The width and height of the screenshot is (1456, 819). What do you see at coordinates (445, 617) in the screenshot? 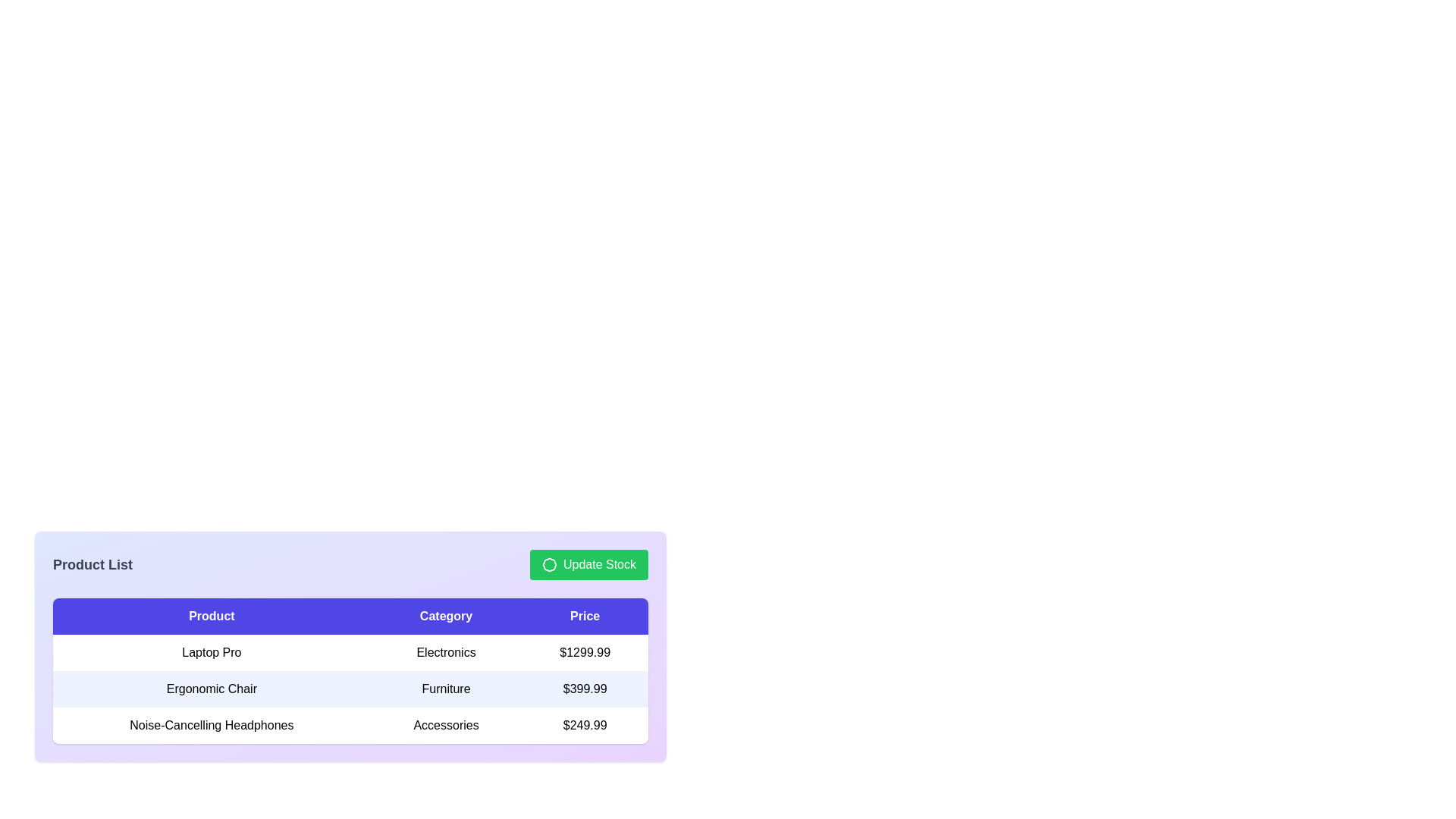
I see `the 'Category' header label in the table, which is the second element in a purple bar at the top, following the 'Product' label and preceding the 'Price' label` at bounding box center [445, 617].